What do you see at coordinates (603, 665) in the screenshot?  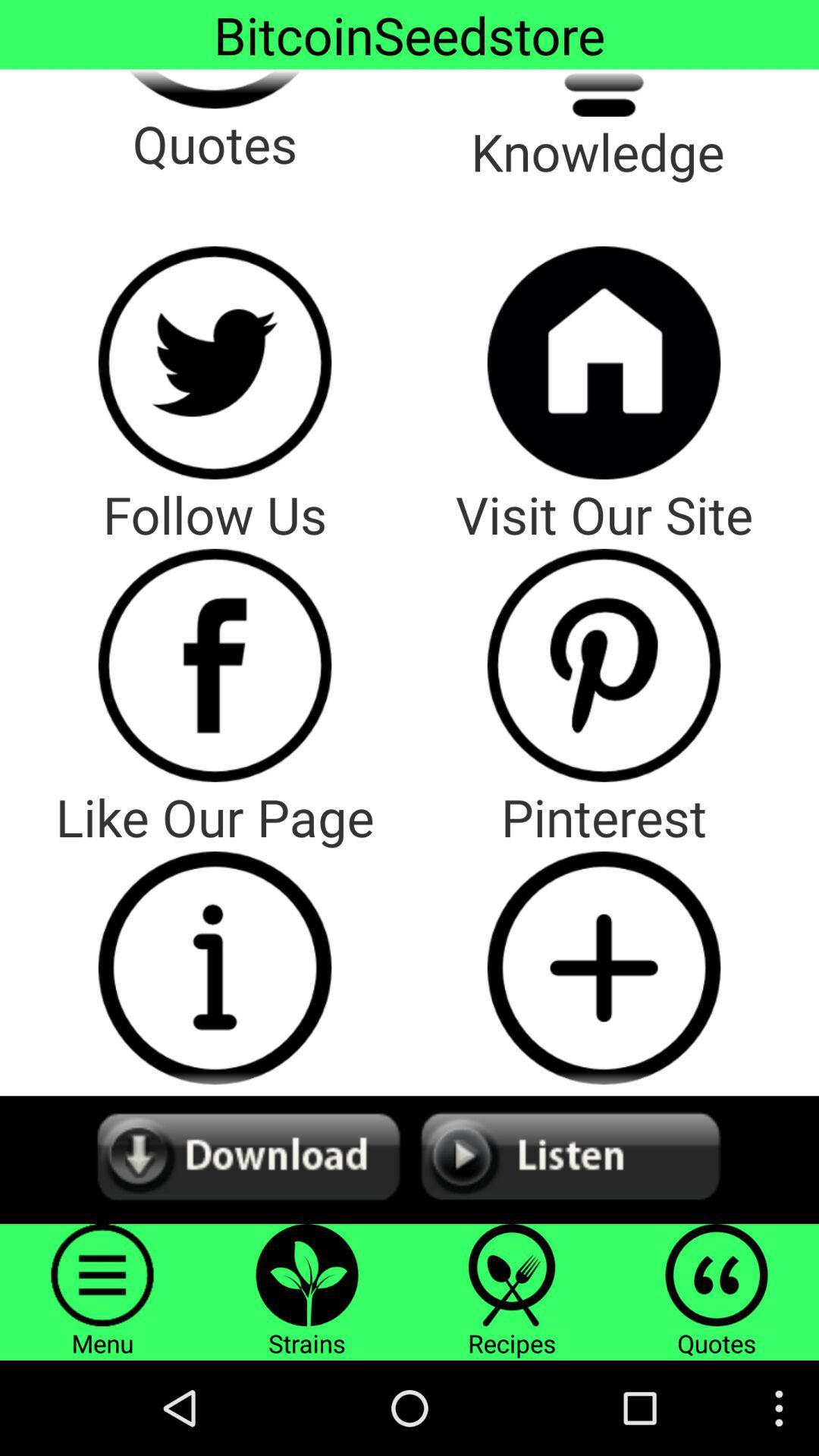 I see `visit the store 's pinterest page` at bounding box center [603, 665].